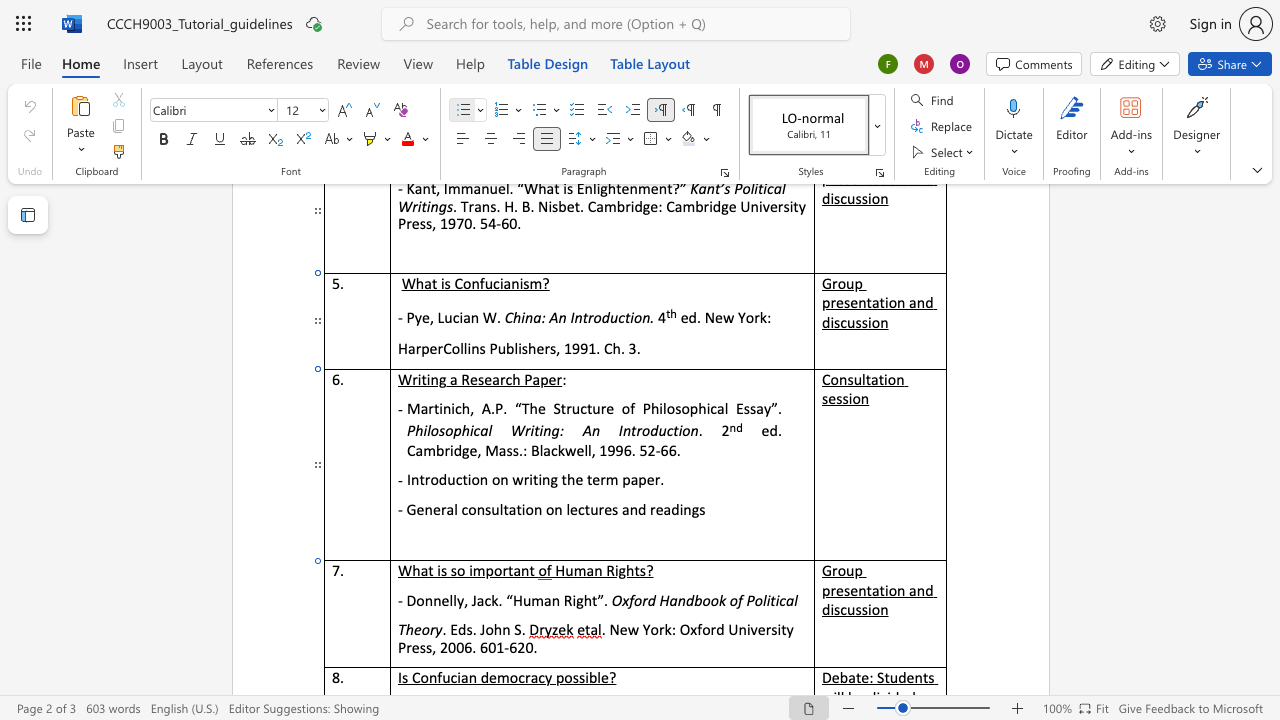 The width and height of the screenshot is (1280, 720). Describe the element at coordinates (456, 570) in the screenshot. I see `the space between the continuous character "s" and "o" in the text` at that location.